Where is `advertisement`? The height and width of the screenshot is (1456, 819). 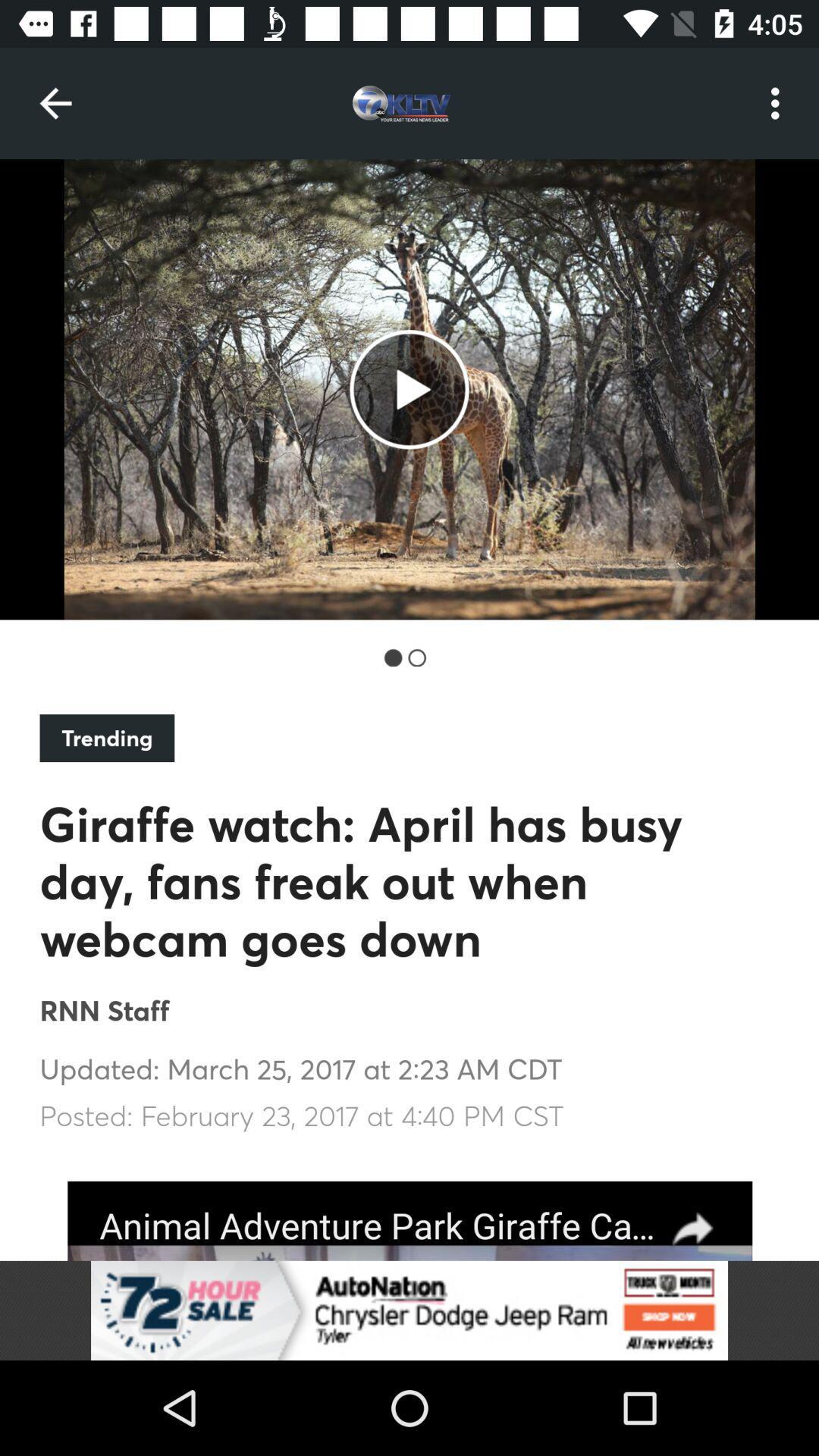 advertisement is located at coordinates (409, 1310).